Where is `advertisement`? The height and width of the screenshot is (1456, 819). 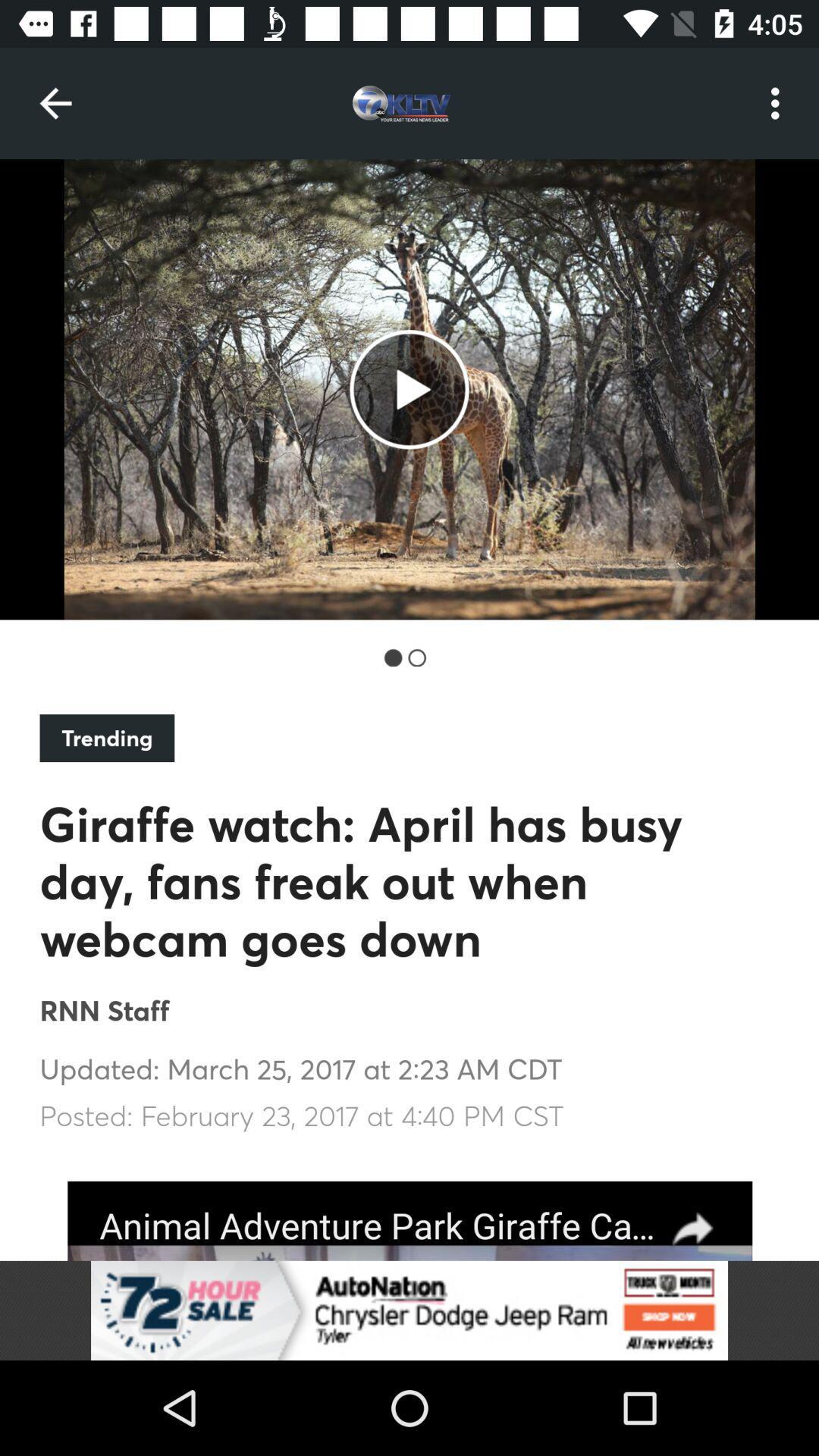 advertisement is located at coordinates (409, 1310).